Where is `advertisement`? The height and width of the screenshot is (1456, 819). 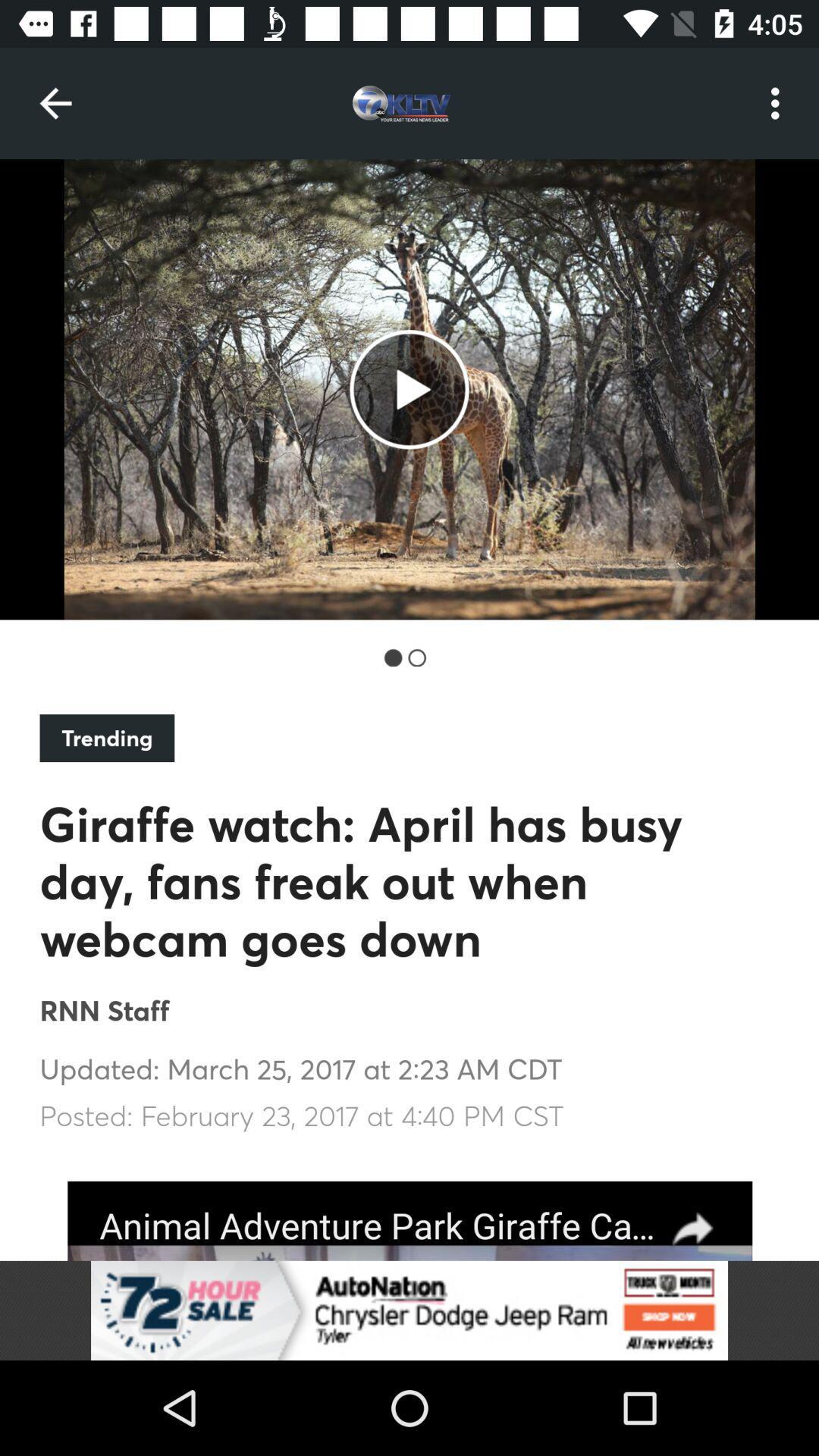 advertisement is located at coordinates (409, 1310).